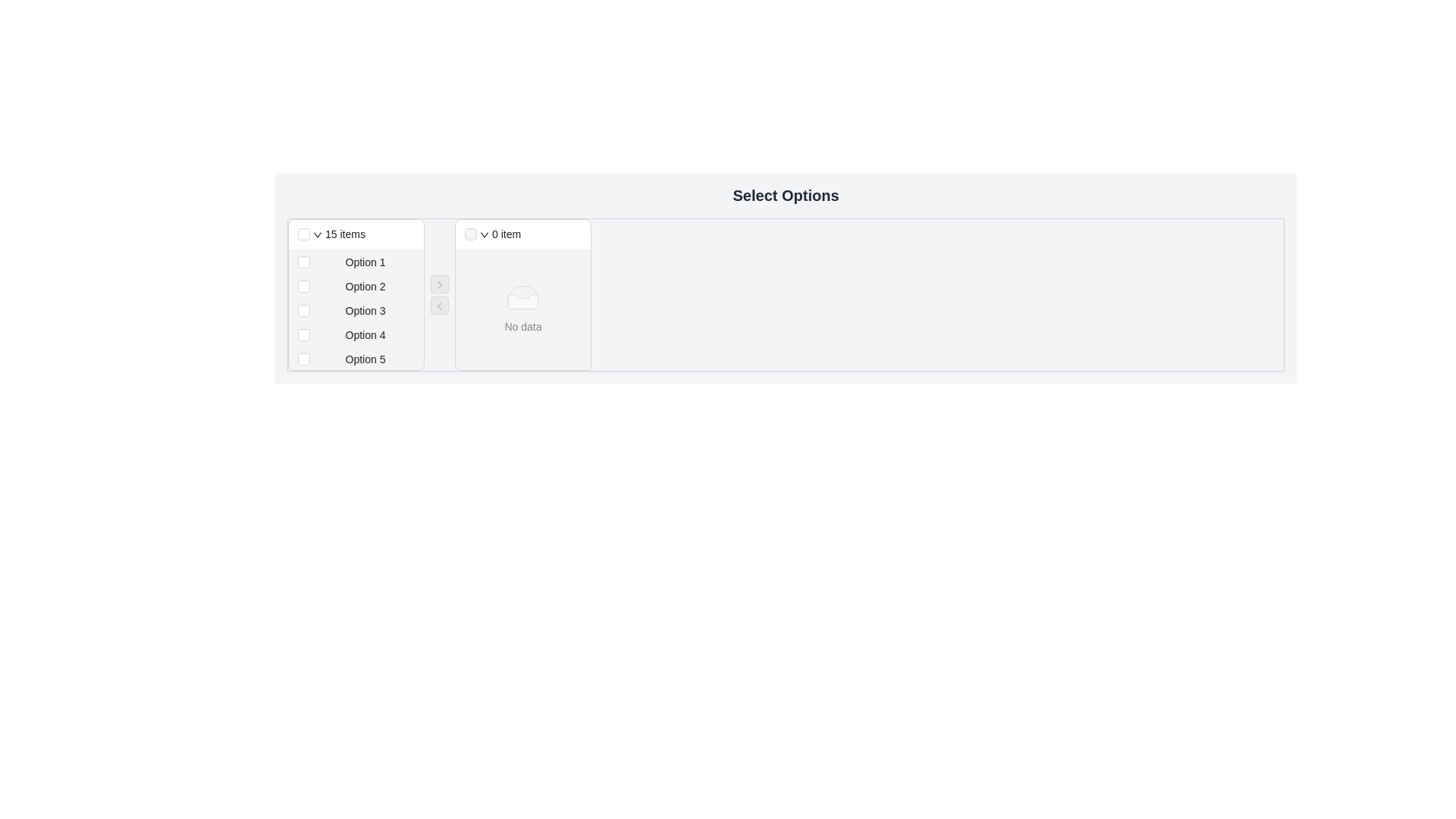 The image size is (1456, 819). I want to click on the checkbox associated with 'Option 5' in the vertical list, so click(356, 359).